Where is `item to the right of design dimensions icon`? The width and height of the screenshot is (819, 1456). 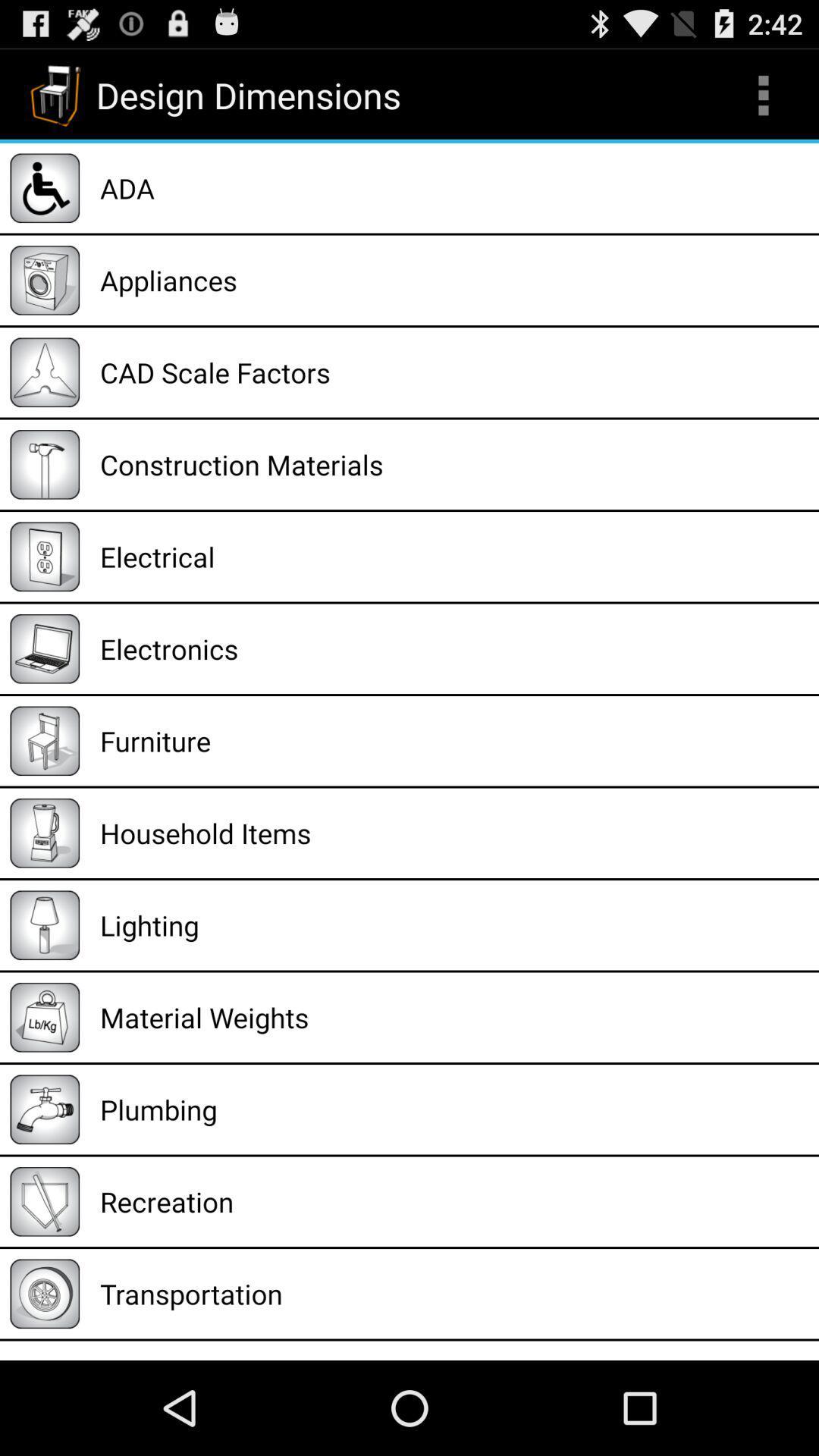
item to the right of design dimensions icon is located at coordinates (763, 94).